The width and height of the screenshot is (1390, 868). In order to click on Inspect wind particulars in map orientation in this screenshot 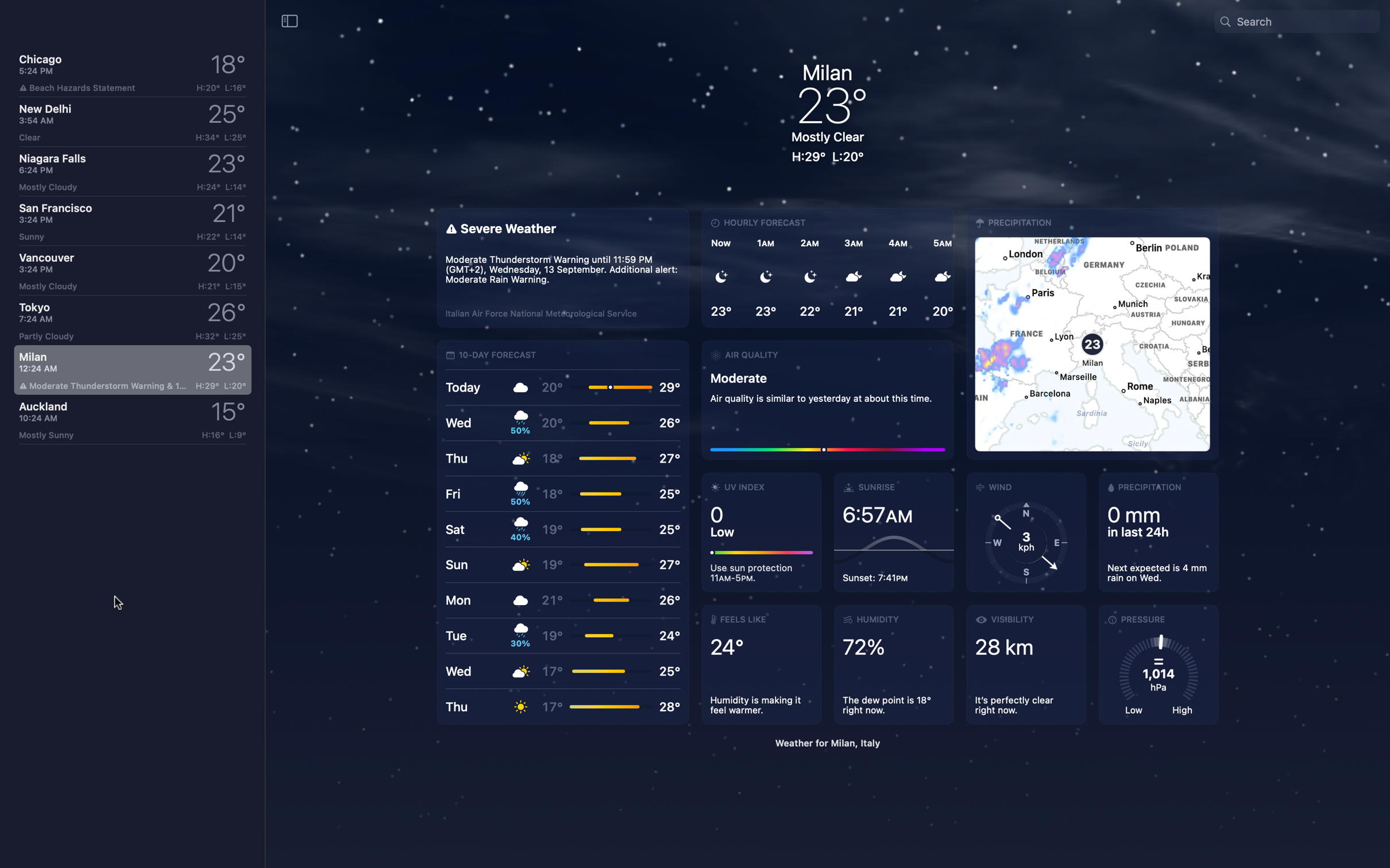, I will do `click(1092, 334)`.